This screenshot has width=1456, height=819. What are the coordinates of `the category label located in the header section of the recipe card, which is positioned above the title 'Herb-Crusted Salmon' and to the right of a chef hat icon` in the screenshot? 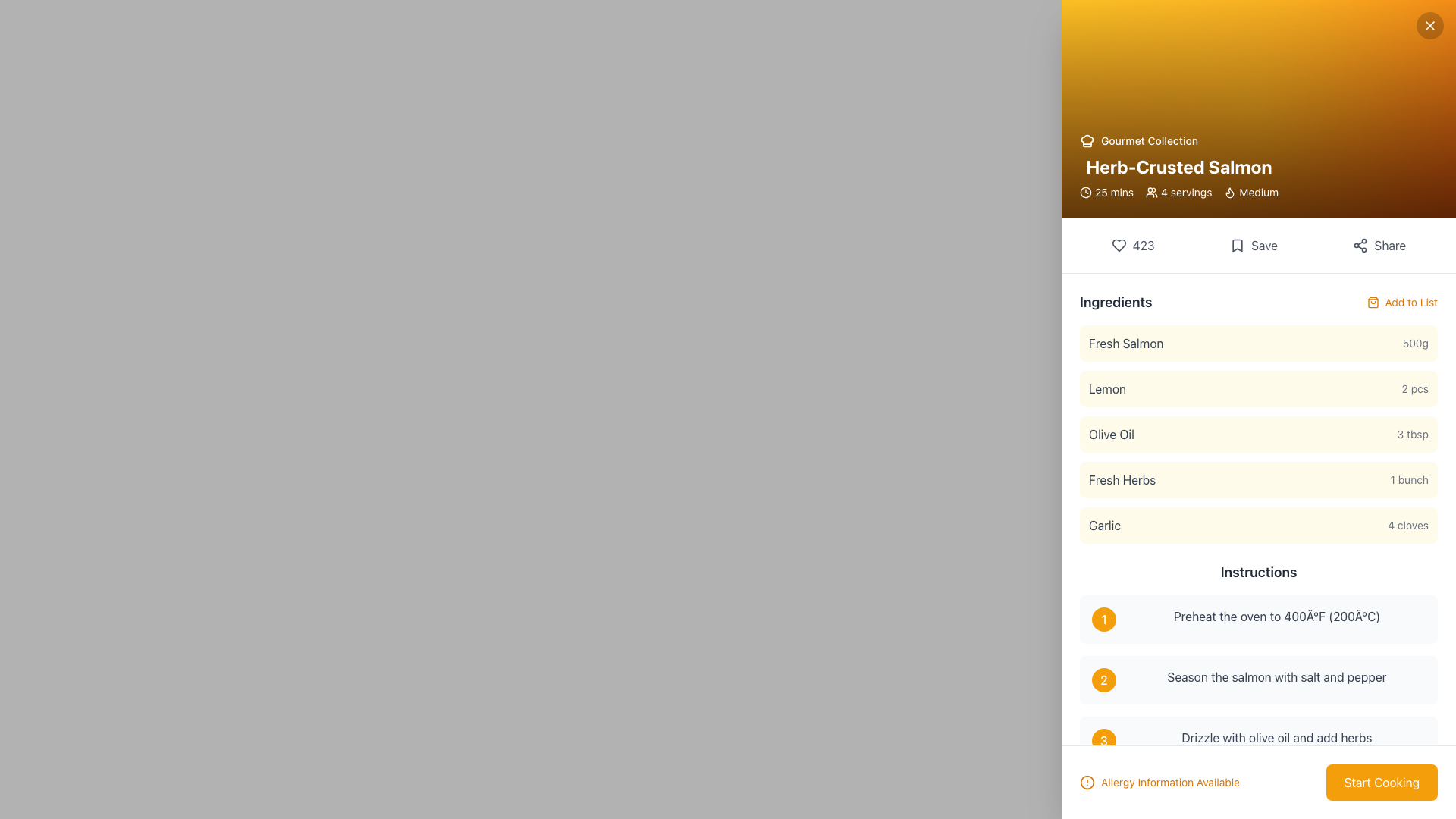 It's located at (1178, 140).